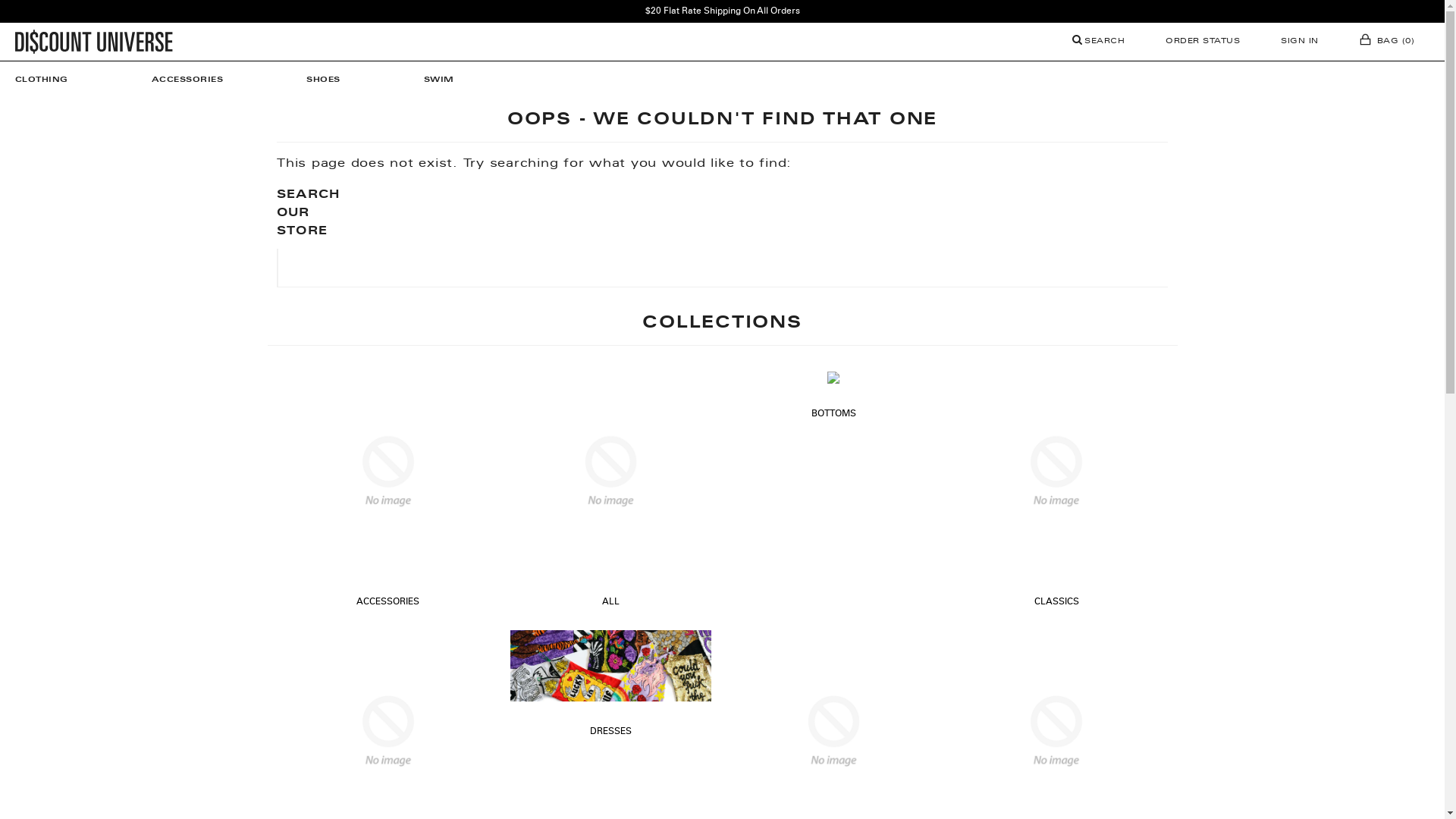  Describe the element at coordinates (1099, 40) in the screenshot. I see `'SEARCH'` at that location.